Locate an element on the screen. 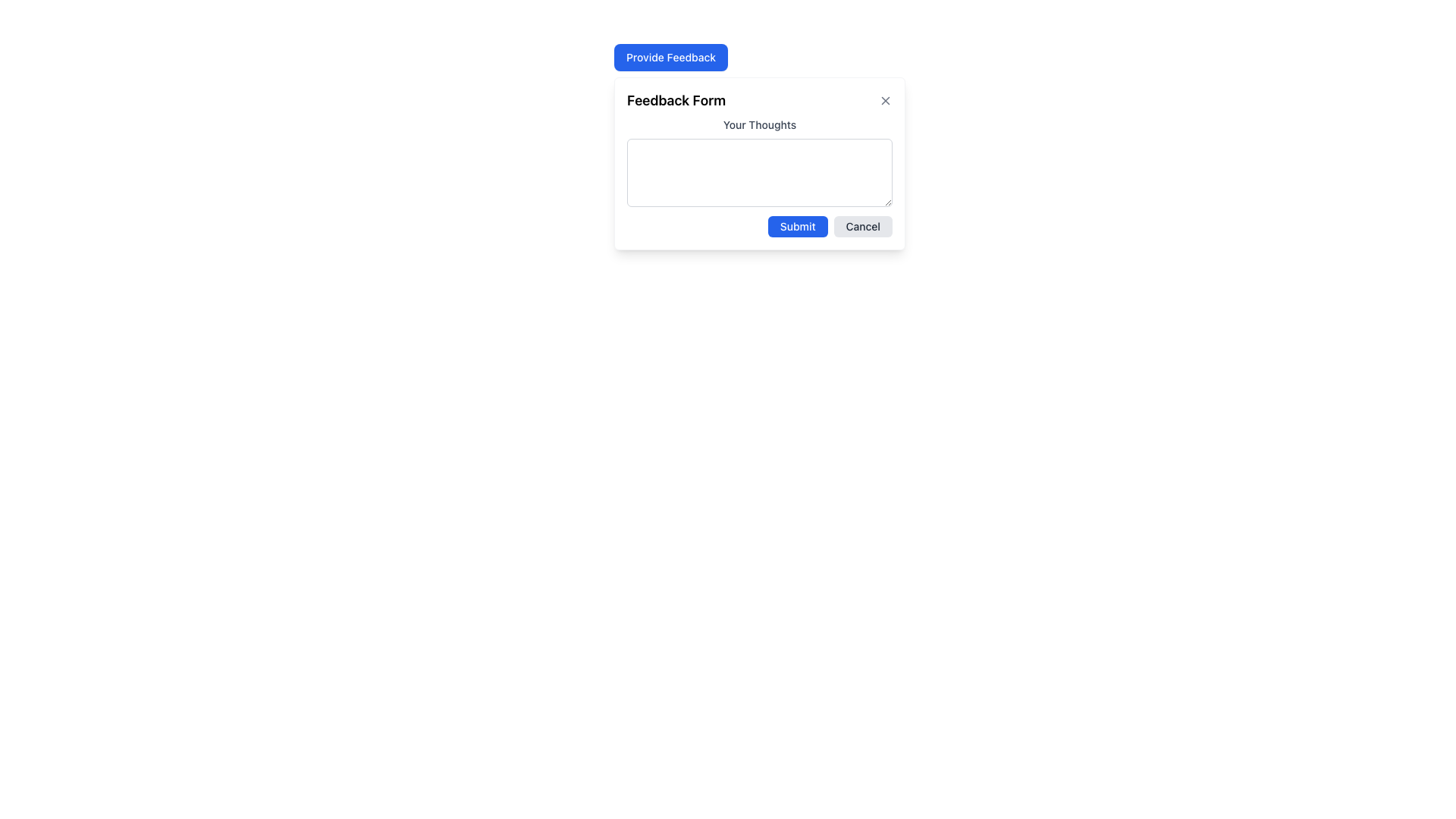 This screenshot has height=819, width=1456. the close button located at the far right of the feedback form header is located at coordinates (885, 100).